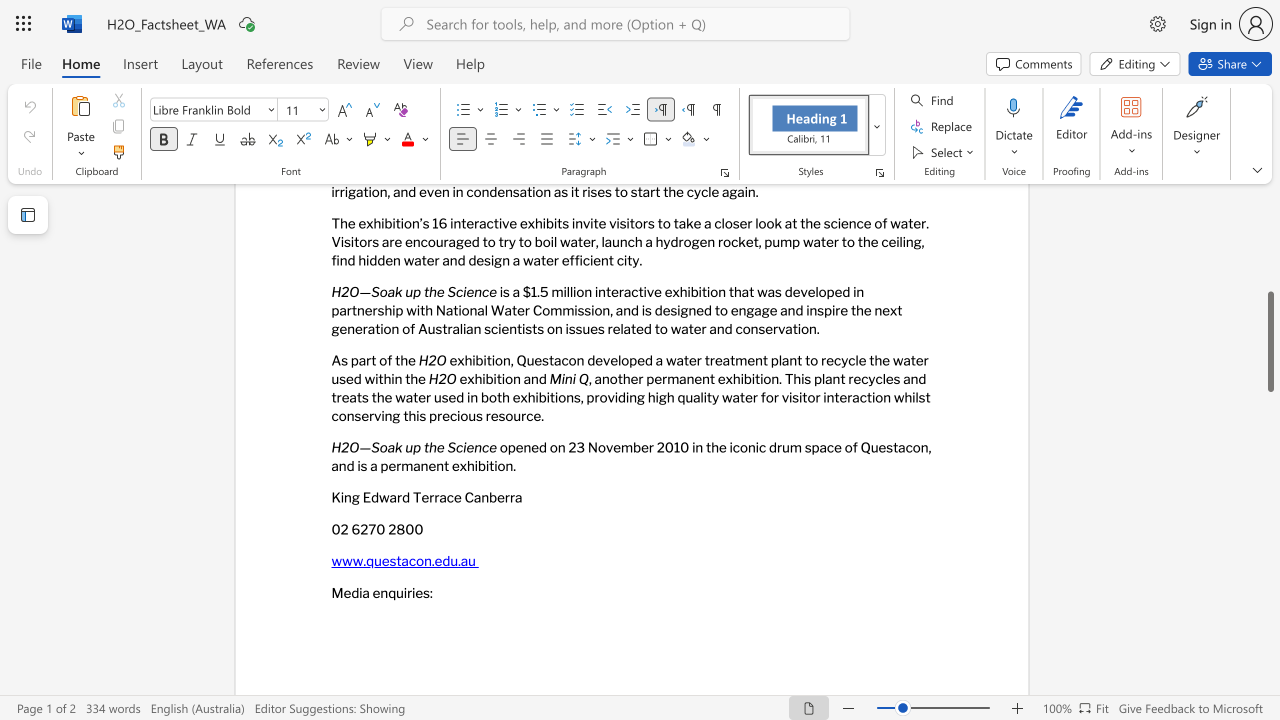 The width and height of the screenshot is (1280, 720). I want to click on the scrollbar and move up 40 pixels, so click(1269, 341).